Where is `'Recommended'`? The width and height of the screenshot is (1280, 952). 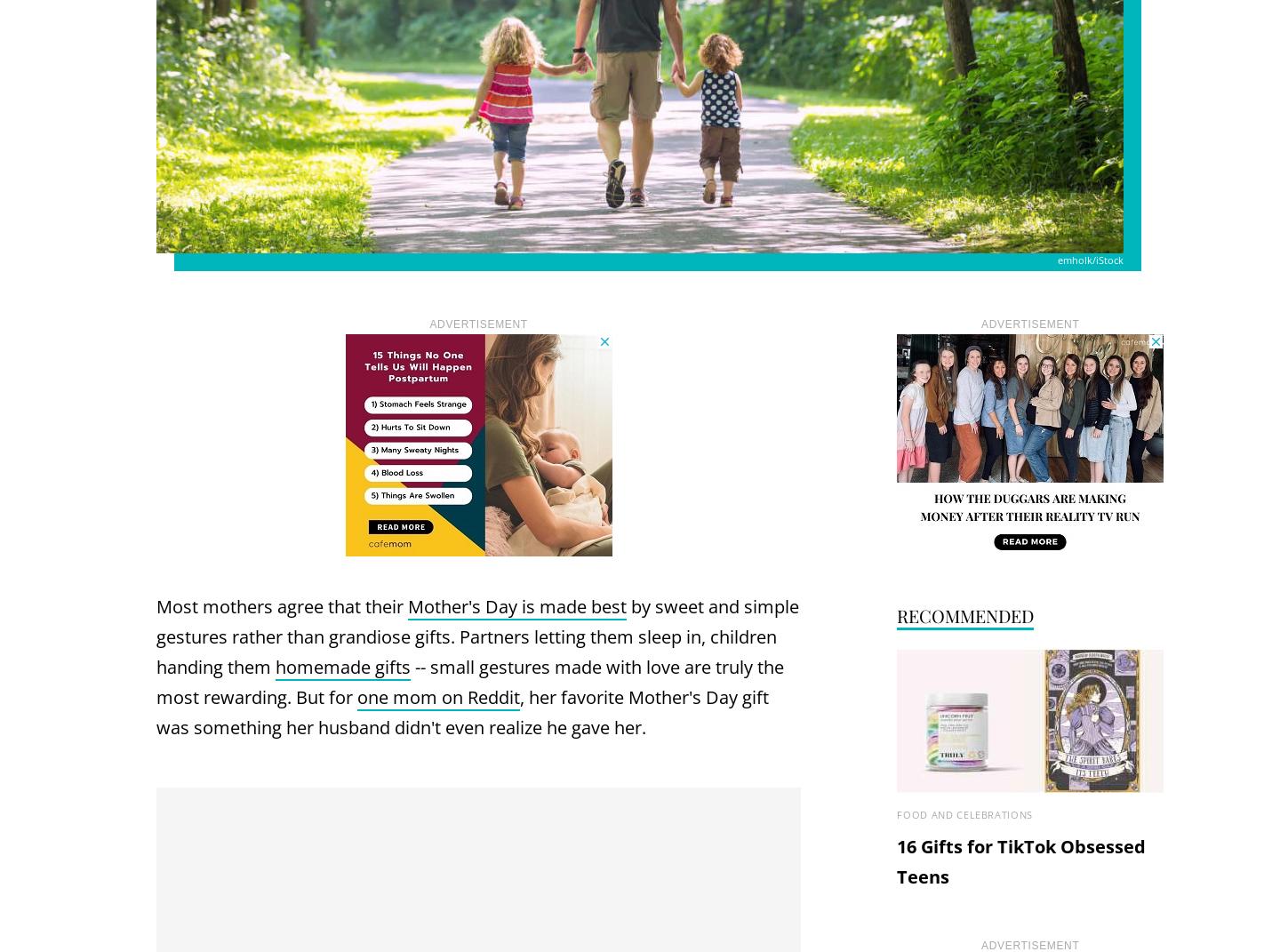
'Recommended' is located at coordinates (964, 614).